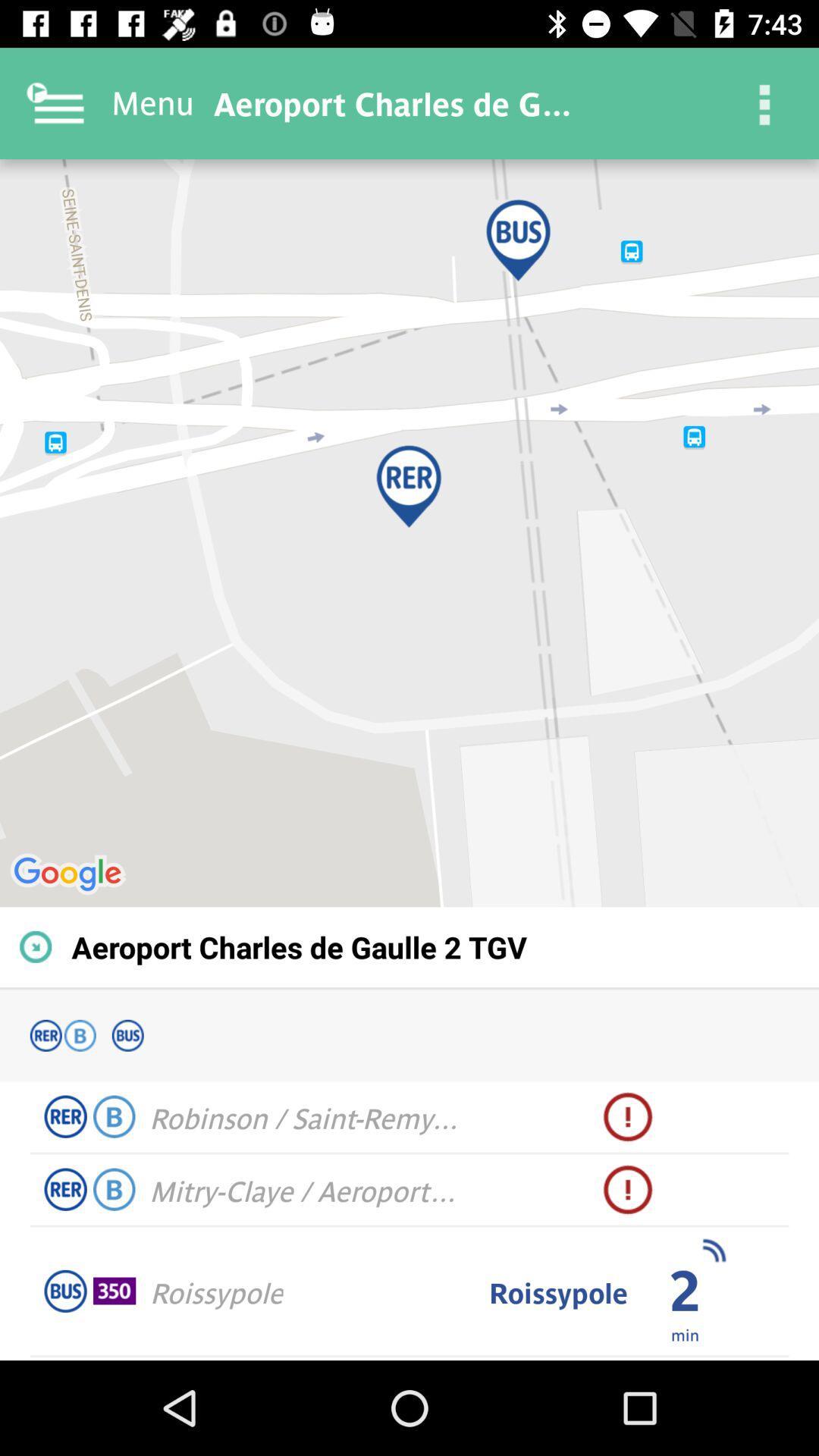 This screenshot has width=819, height=1456. Describe the element at coordinates (114, 1290) in the screenshot. I see `item next to roissypole icon` at that location.